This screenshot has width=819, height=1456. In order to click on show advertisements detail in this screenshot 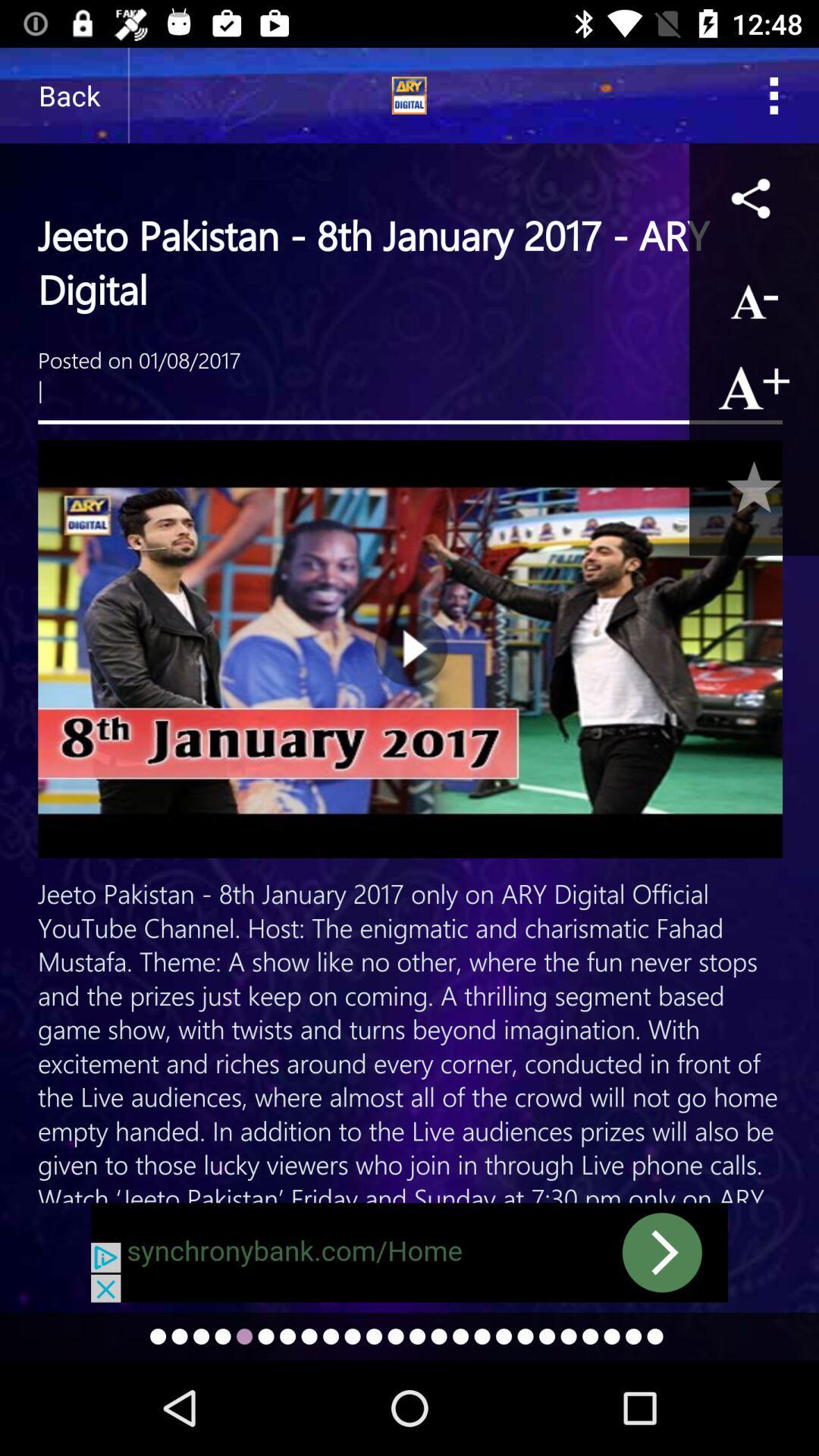, I will do `click(409, 1252)`.